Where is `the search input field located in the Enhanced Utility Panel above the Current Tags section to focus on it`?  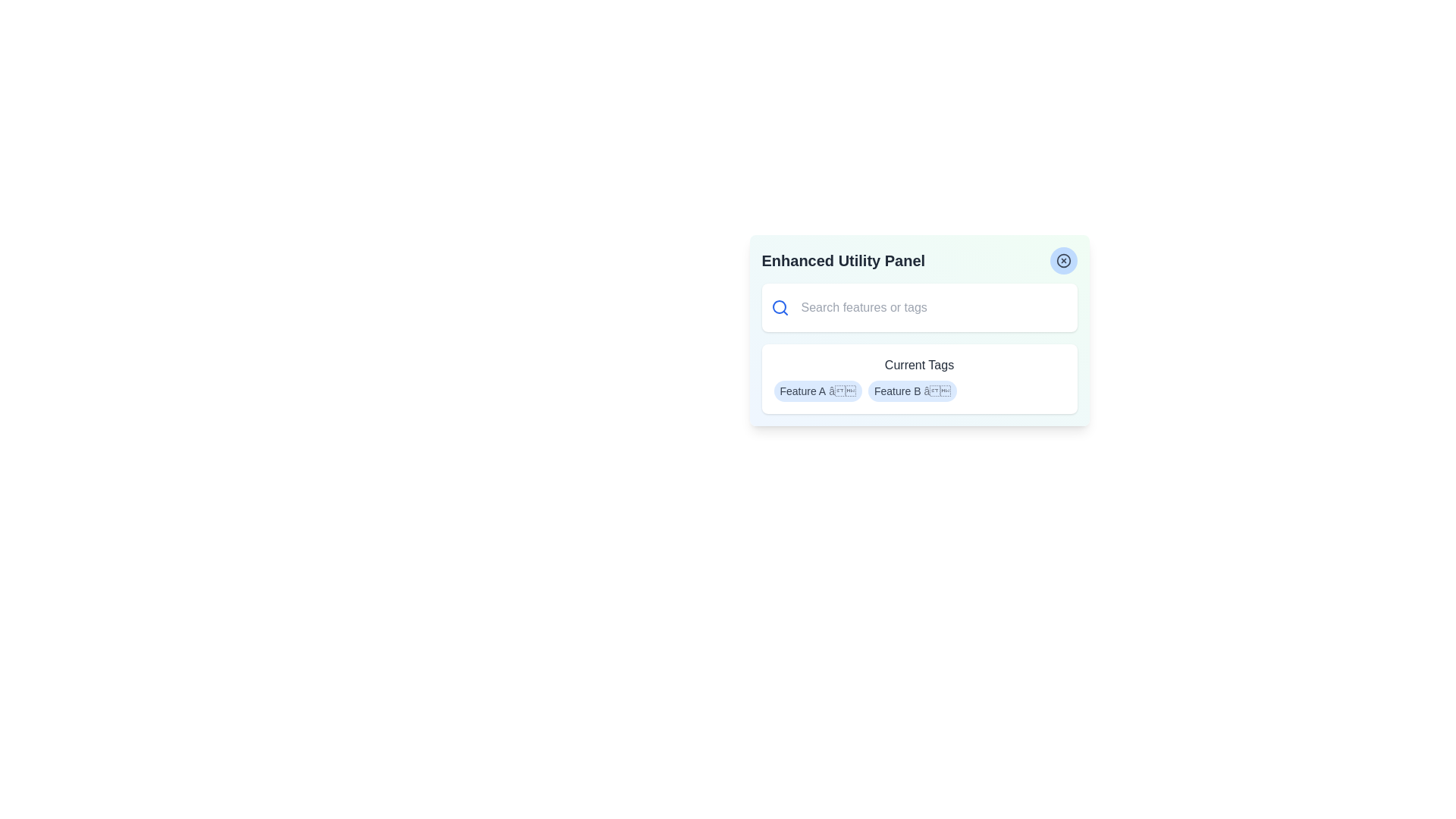
the search input field located in the Enhanced Utility Panel above the Current Tags section to focus on it is located at coordinates (918, 307).